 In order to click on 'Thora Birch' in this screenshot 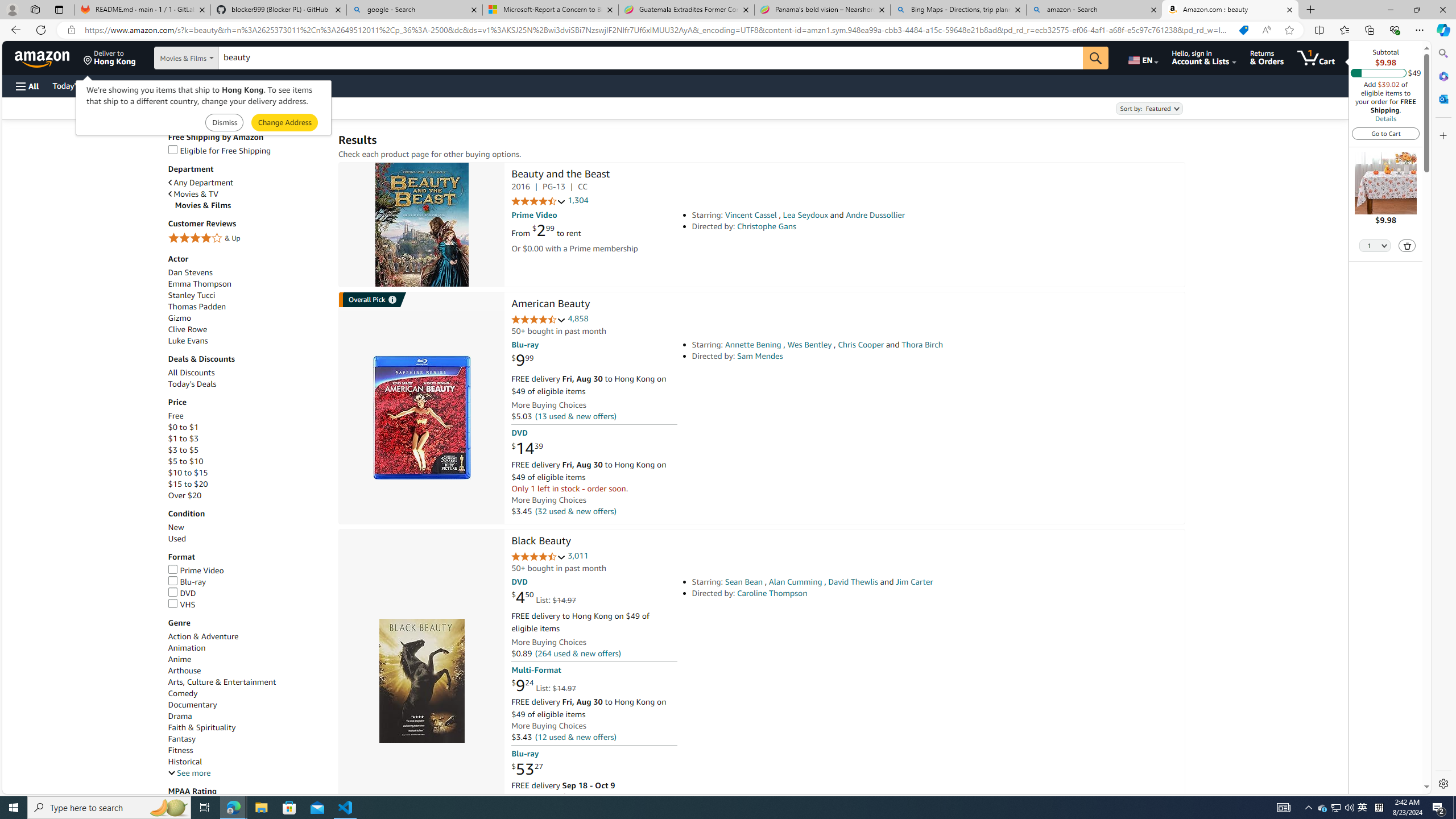, I will do `click(922, 344)`.